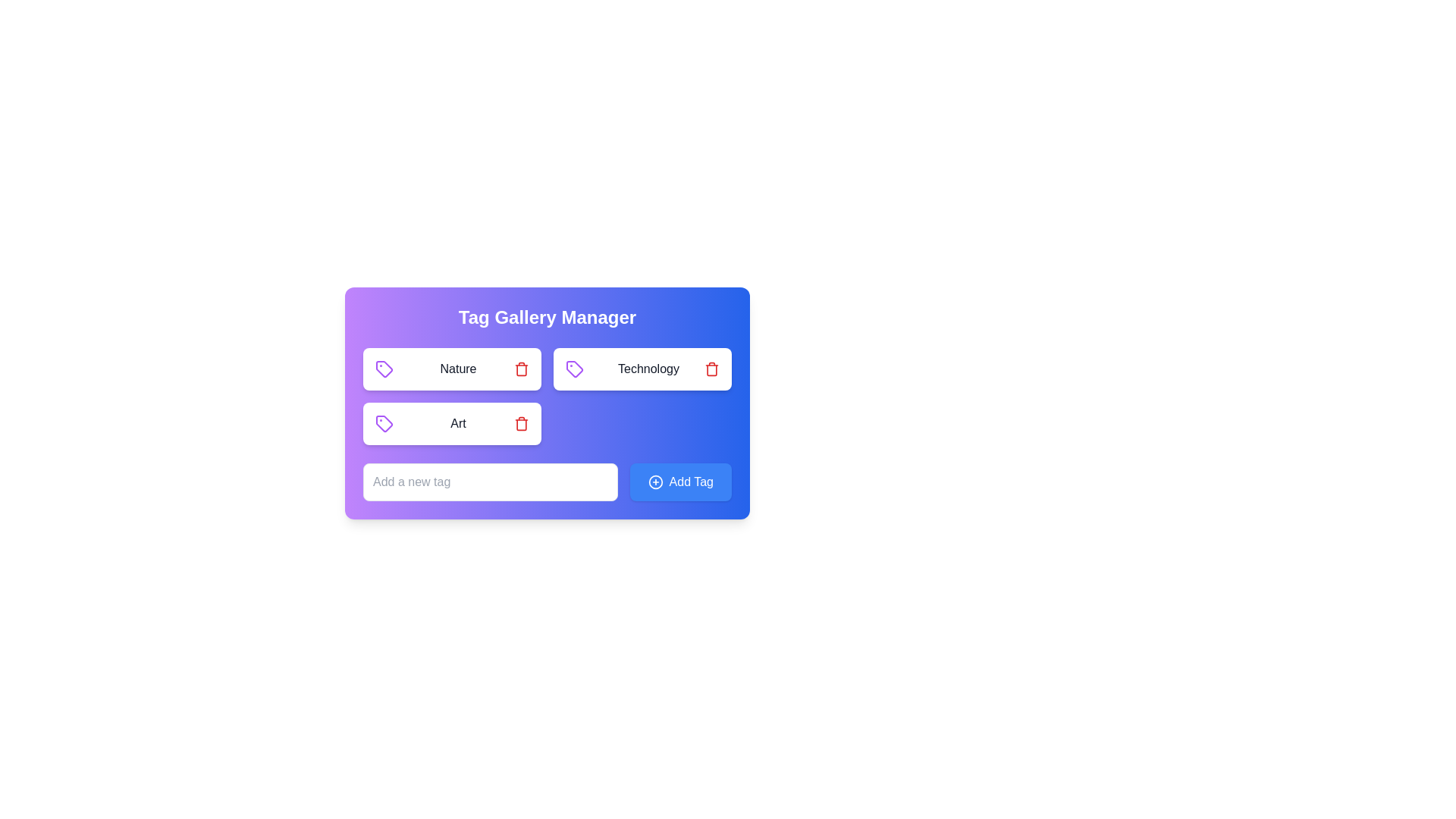  I want to click on the decorative icon representing the 'Art' tag category, which is the first element in the horizontal layout of tag items, so click(384, 424).